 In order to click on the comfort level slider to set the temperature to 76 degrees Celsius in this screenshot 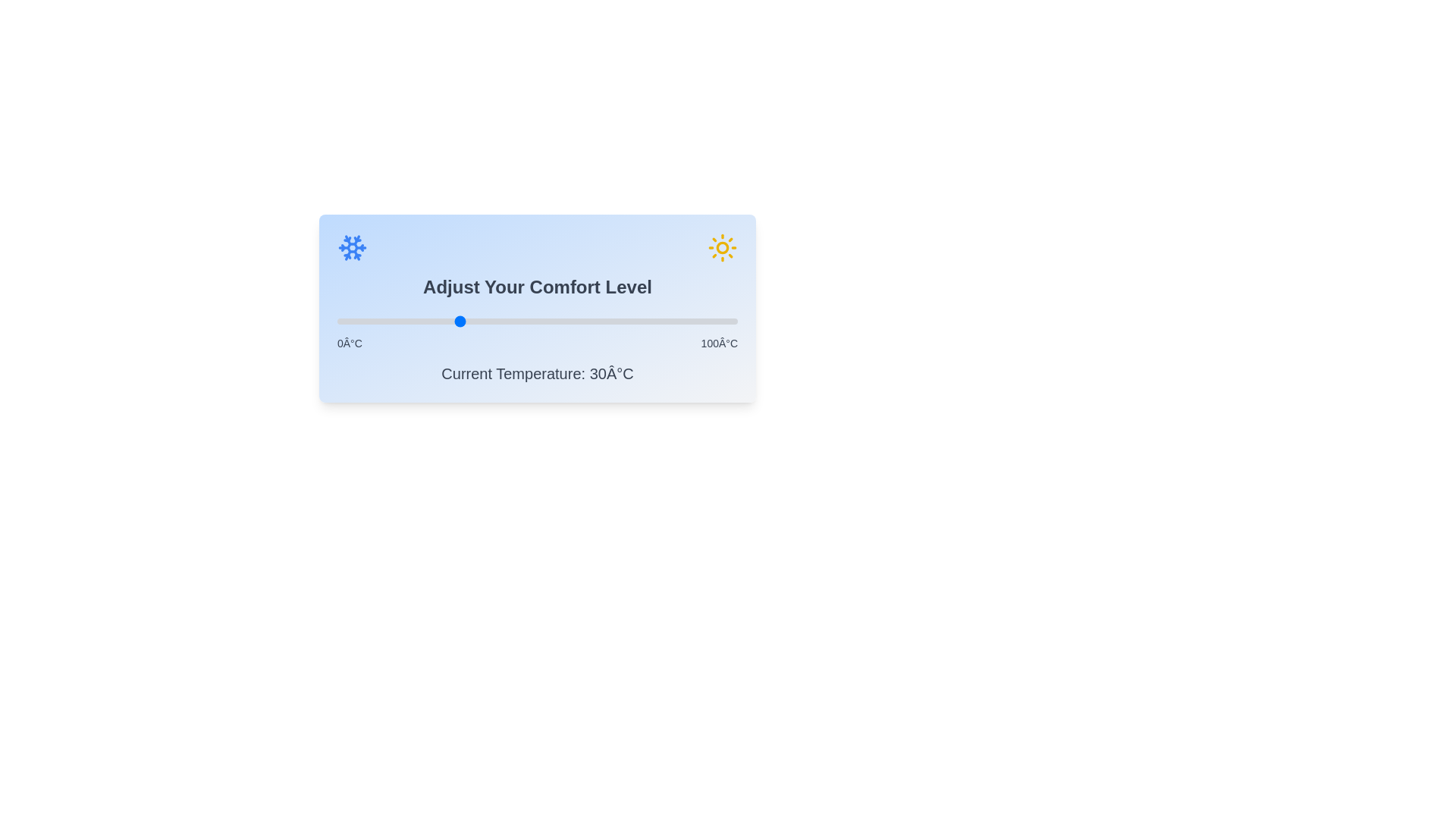, I will do `click(642, 321)`.